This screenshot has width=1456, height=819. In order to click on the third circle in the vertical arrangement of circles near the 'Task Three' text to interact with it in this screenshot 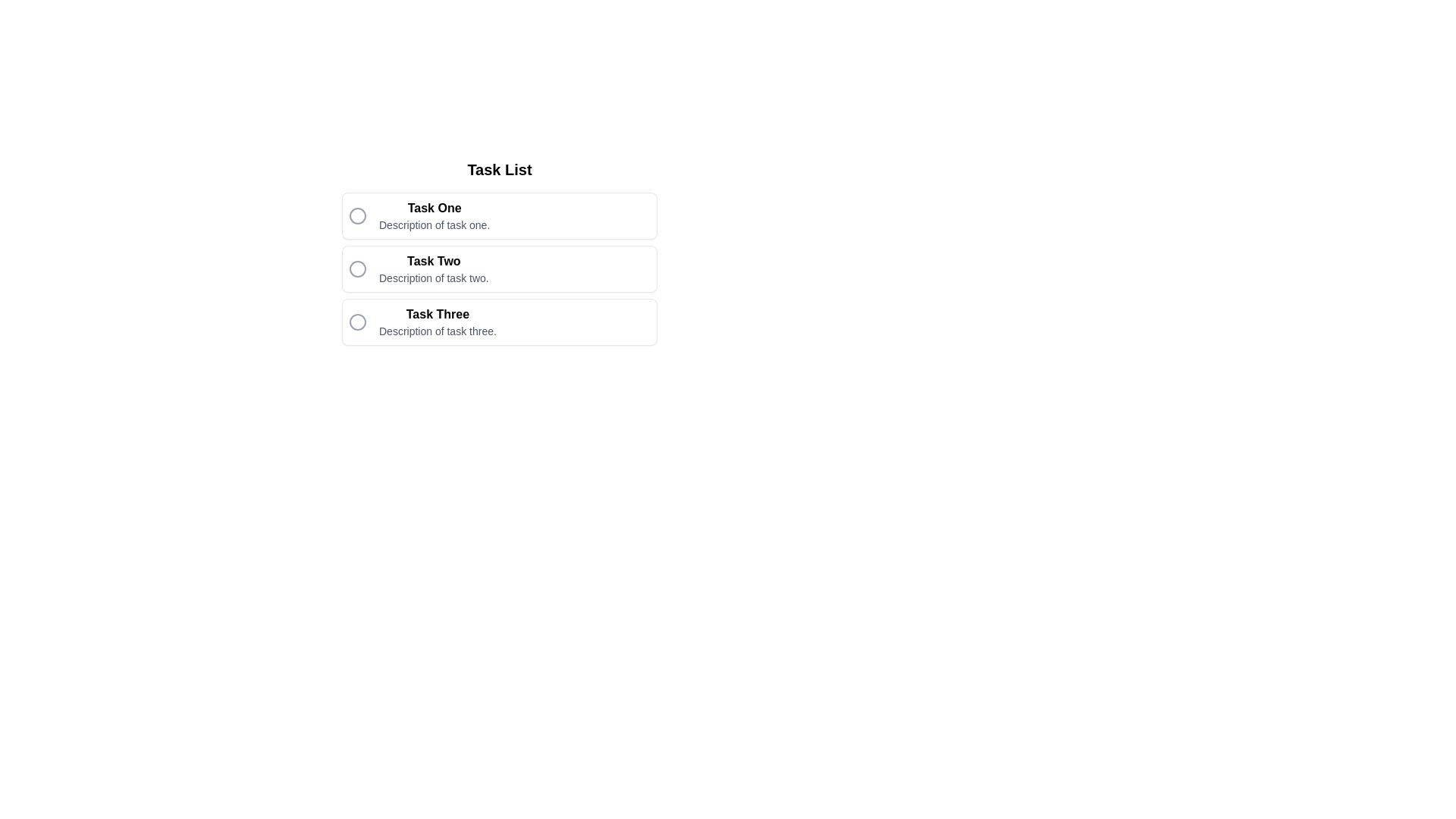, I will do `click(356, 321)`.